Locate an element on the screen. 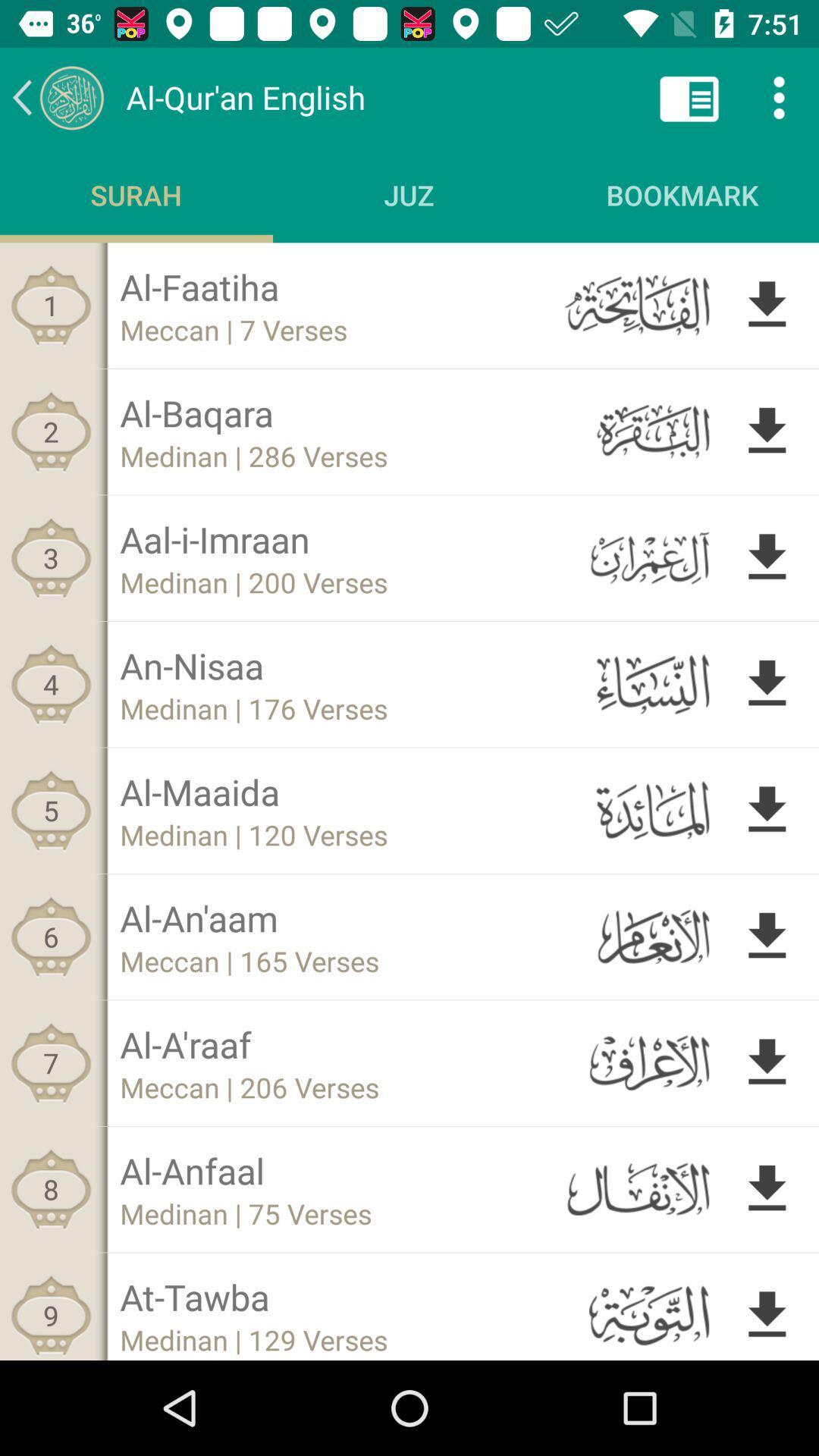  for download option is located at coordinates (767, 431).